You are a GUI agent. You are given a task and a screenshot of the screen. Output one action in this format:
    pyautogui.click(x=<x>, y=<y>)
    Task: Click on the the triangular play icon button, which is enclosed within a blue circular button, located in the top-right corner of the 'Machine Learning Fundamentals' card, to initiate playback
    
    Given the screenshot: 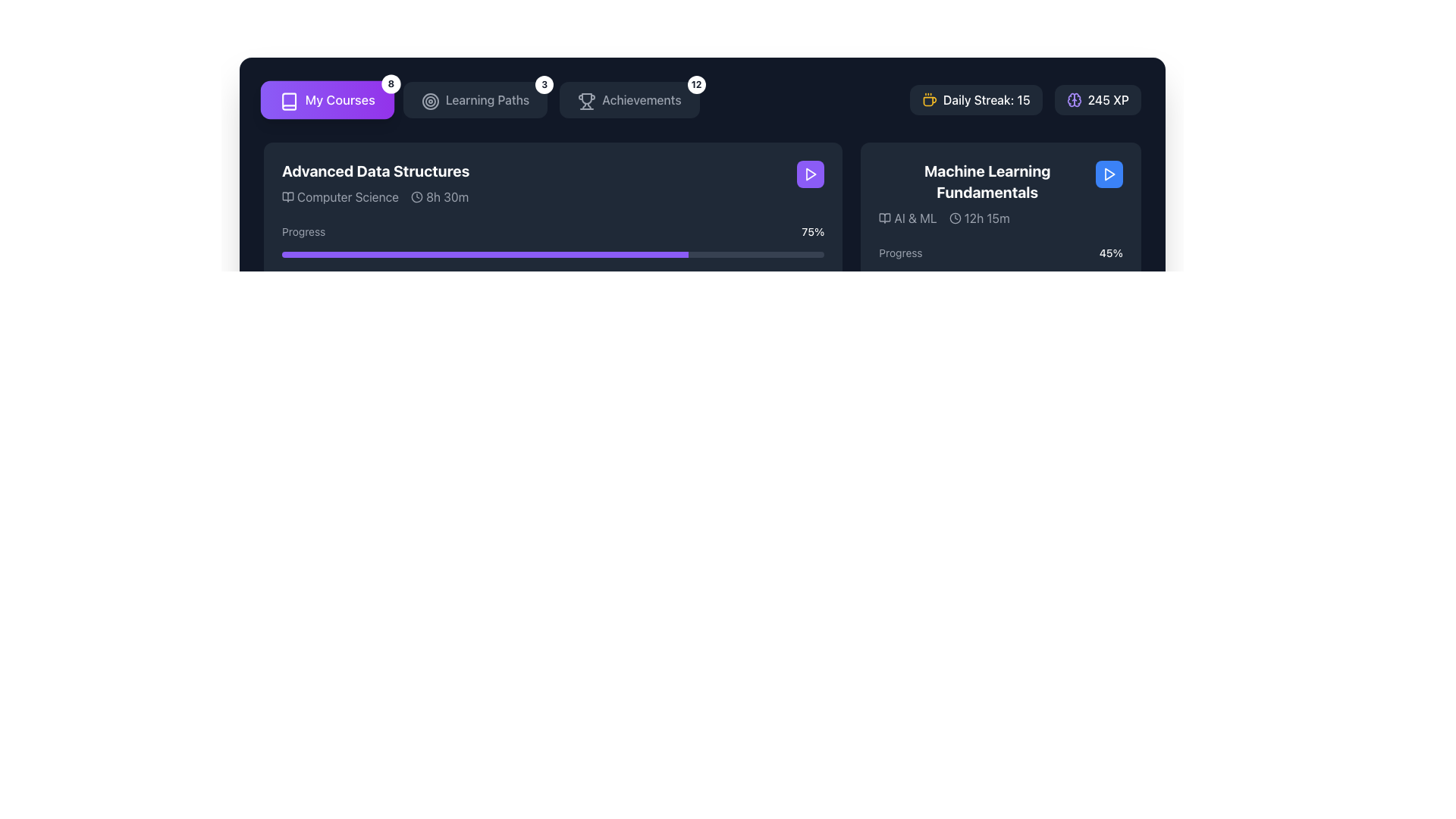 What is the action you would take?
    pyautogui.click(x=1109, y=174)
    